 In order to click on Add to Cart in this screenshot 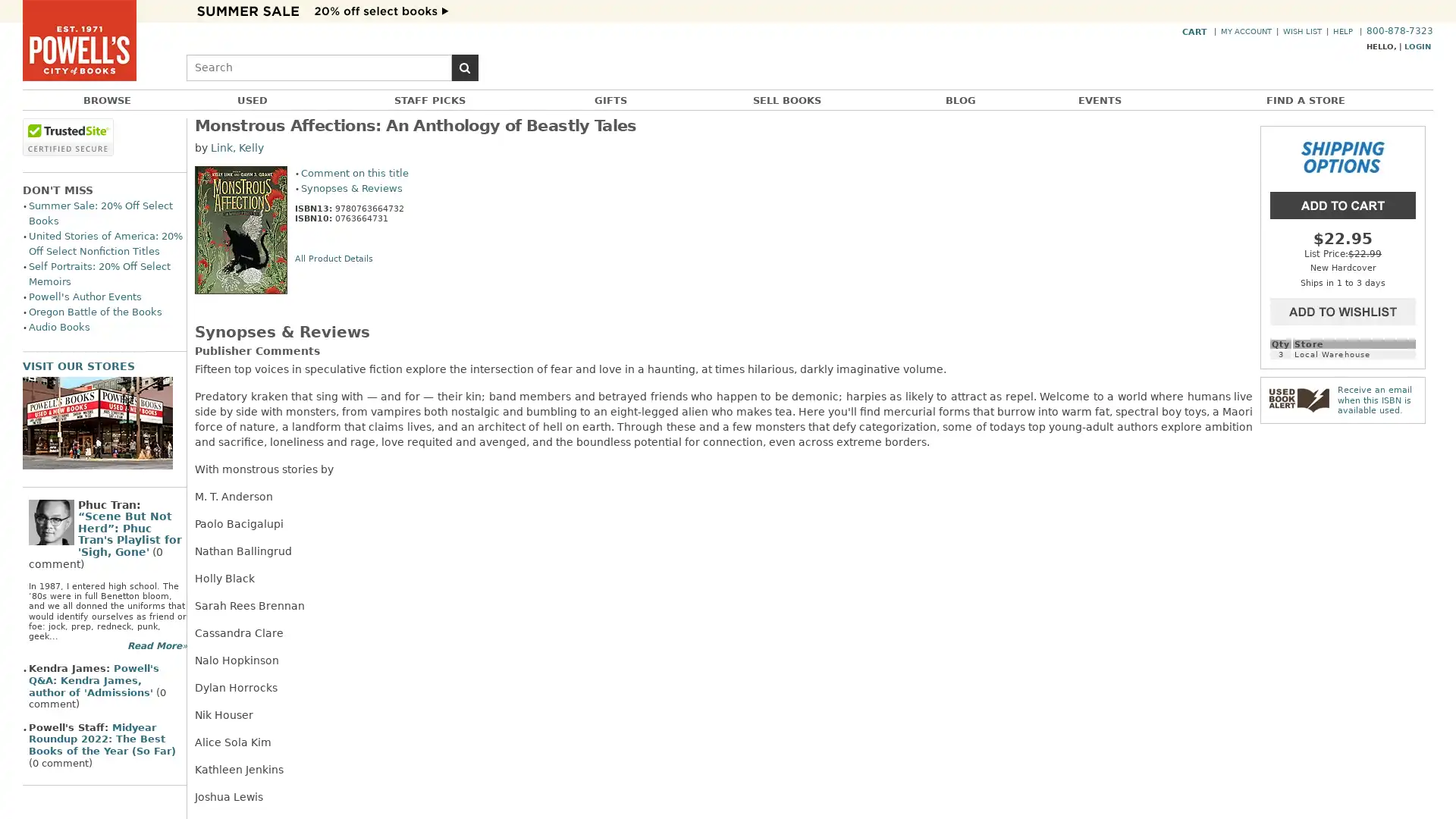, I will do `click(1343, 203)`.